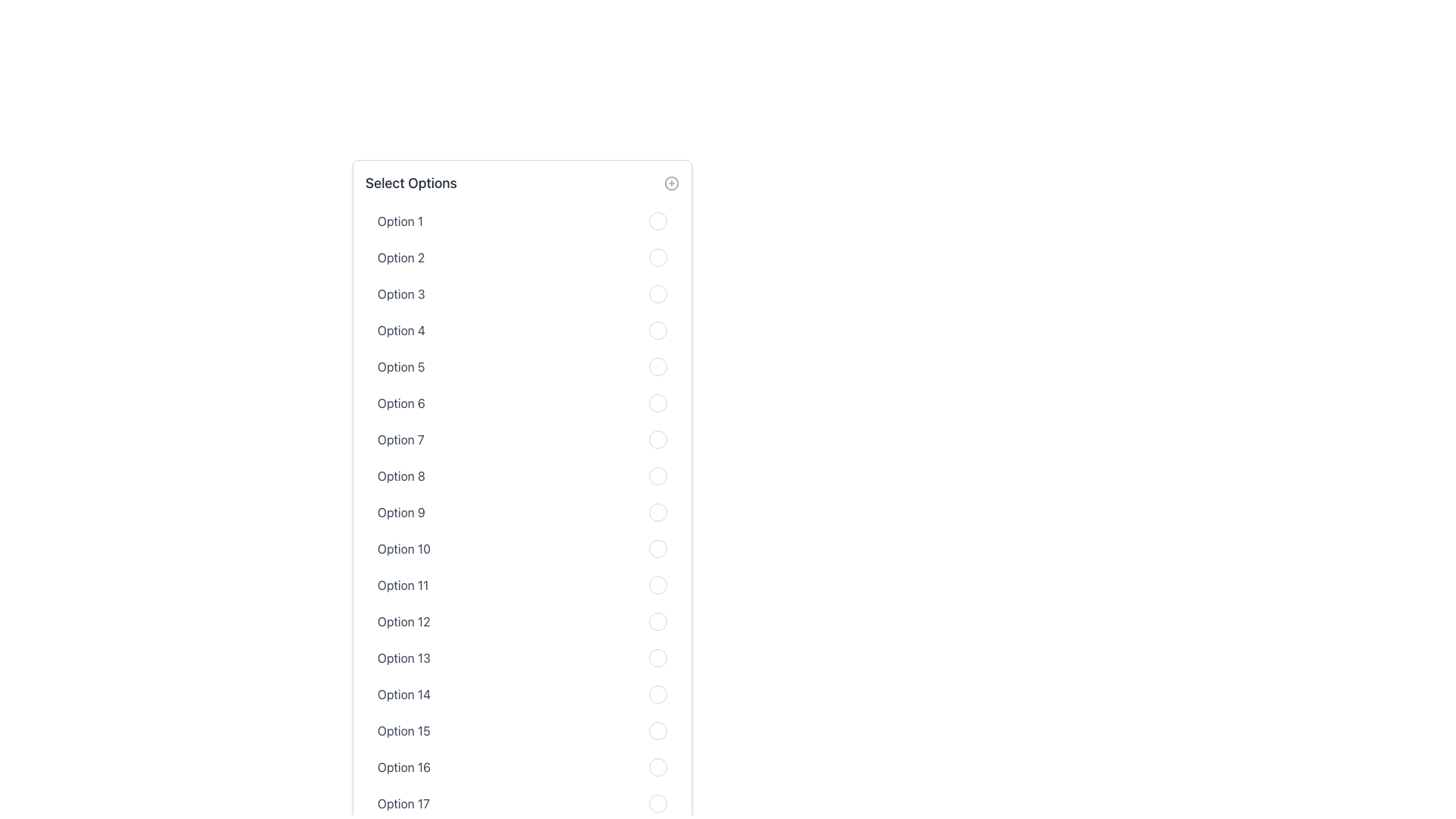  Describe the element at coordinates (401, 403) in the screenshot. I see `the text label that is the sixth option in the 'Select Options' list, which is aligned with a circular interactive element to its right` at that location.